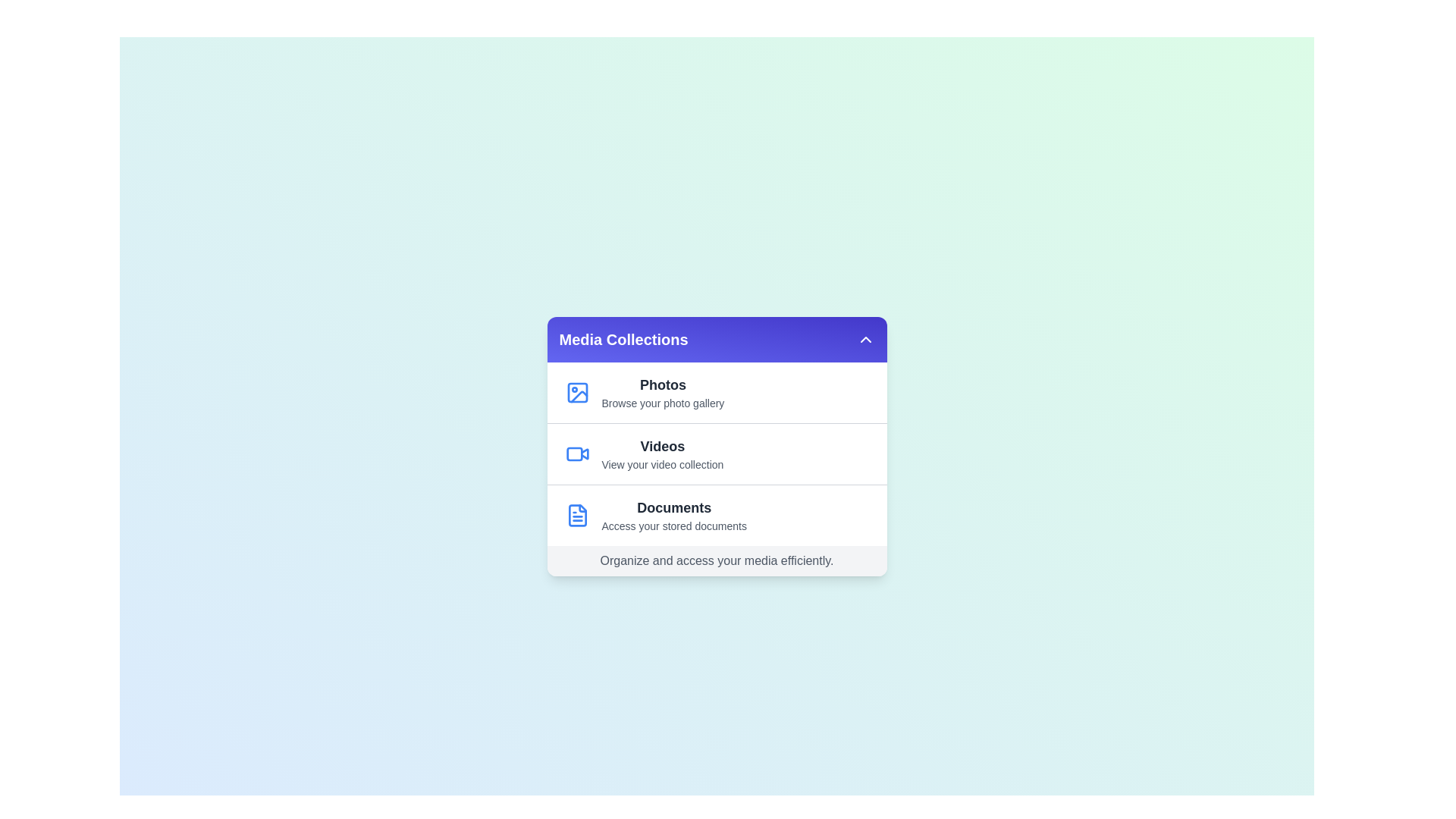 The height and width of the screenshot is (819, 1456). What do you see at coordinates (716, 391) in the screenshot?
I see `the menu item Photos to view its associated media collection` at bounding box center [716, 391].